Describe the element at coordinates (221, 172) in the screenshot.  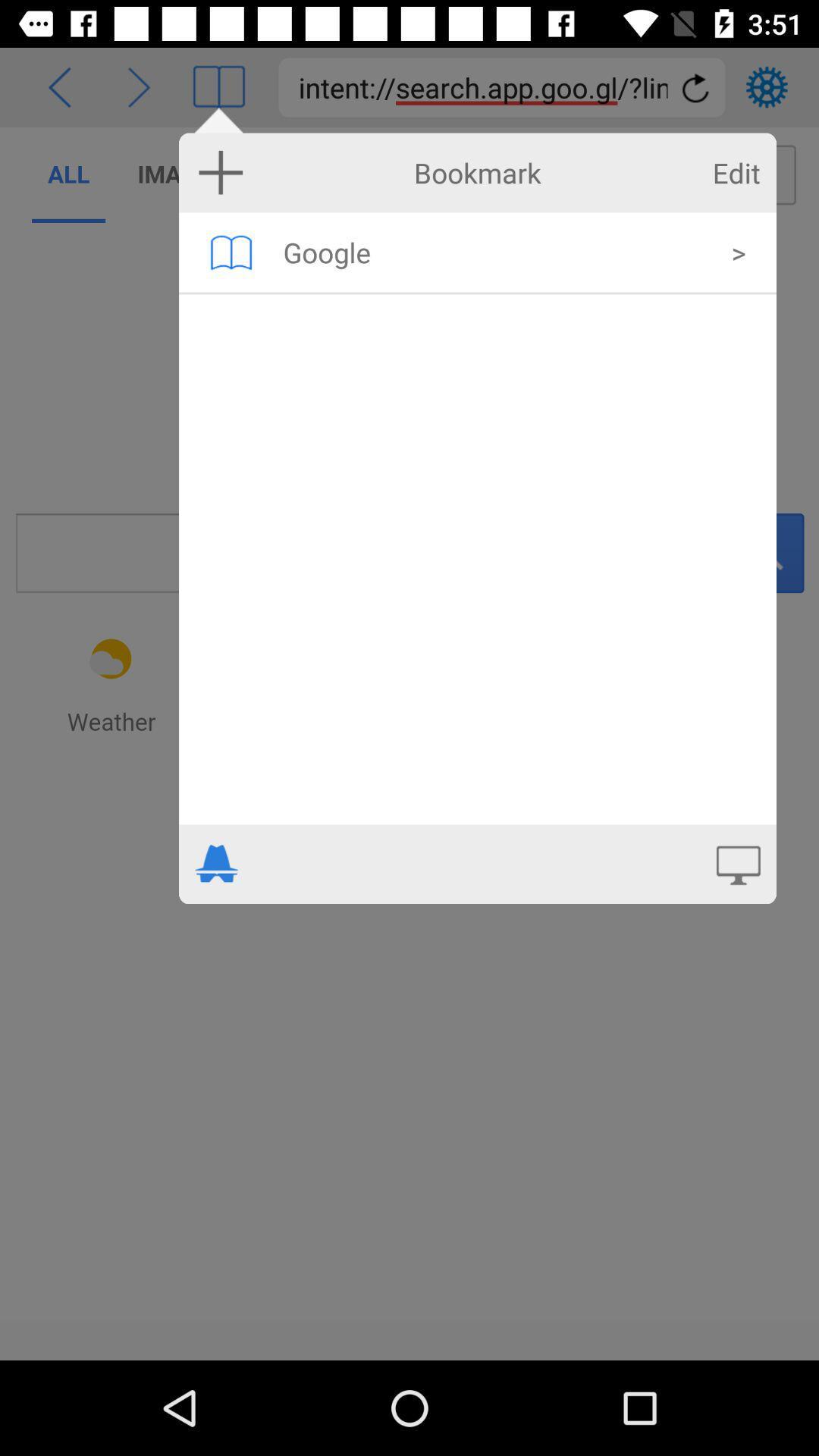
I see `item next to the bookmark` at that location.